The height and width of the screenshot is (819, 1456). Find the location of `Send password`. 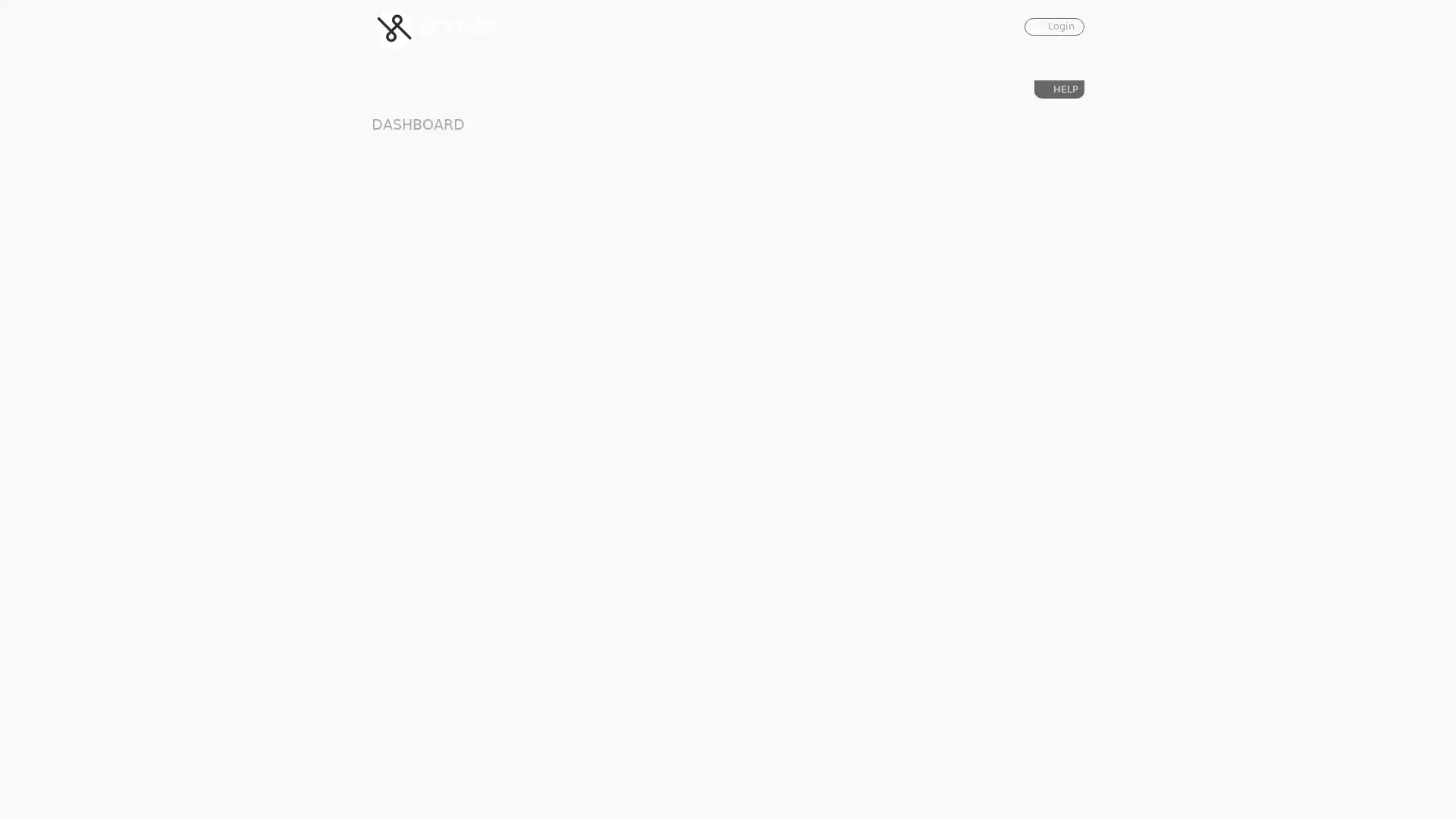

Send password is located at coordinates (792, 410).